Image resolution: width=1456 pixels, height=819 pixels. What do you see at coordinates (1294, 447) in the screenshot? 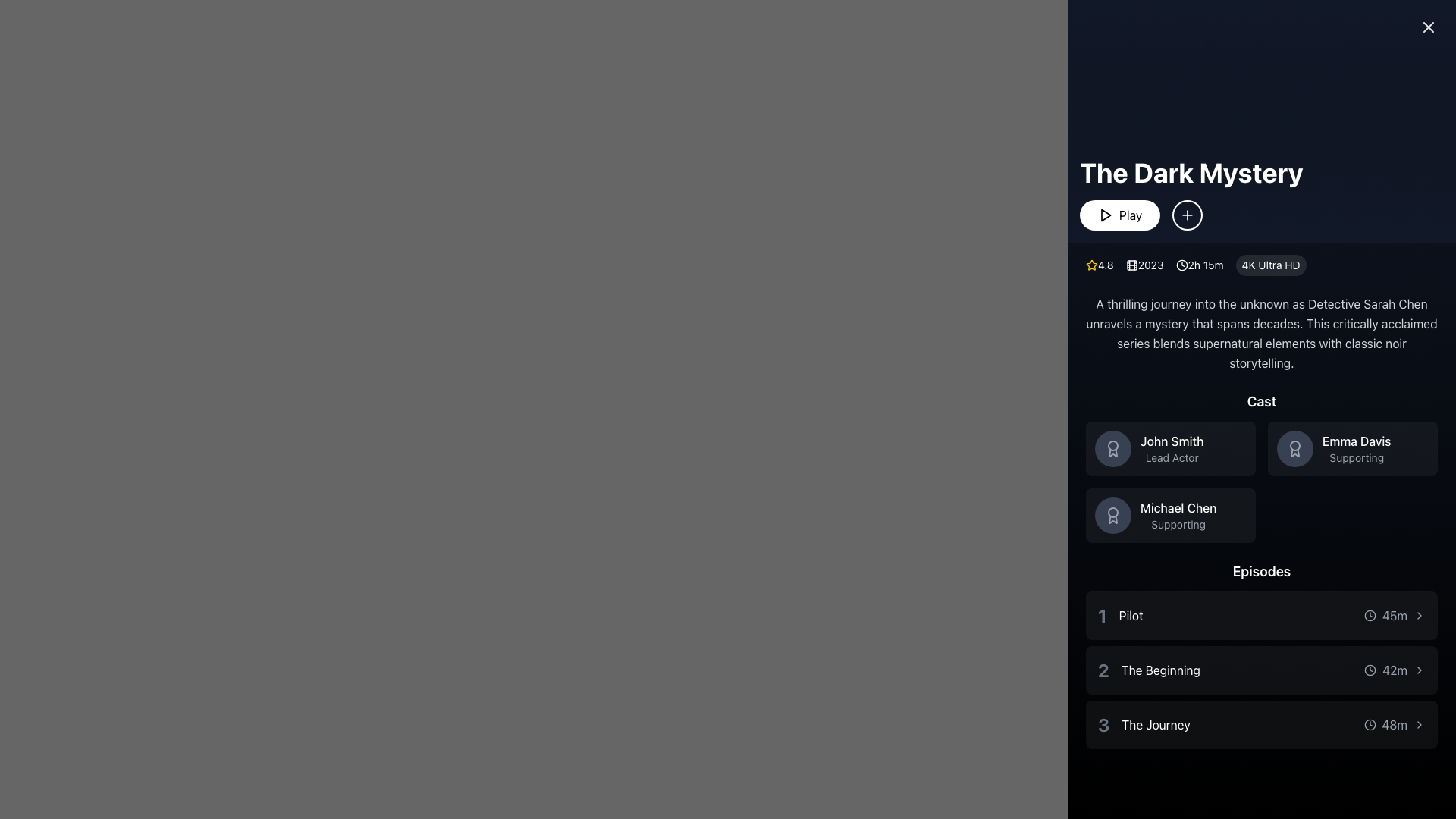
I see `the circular badge icon with a dark gray background, featuring a ribbon or medal icon, located to the left of the 'Emma Davis' text in the 'Cast' section` at bounding box center [1294, 447].